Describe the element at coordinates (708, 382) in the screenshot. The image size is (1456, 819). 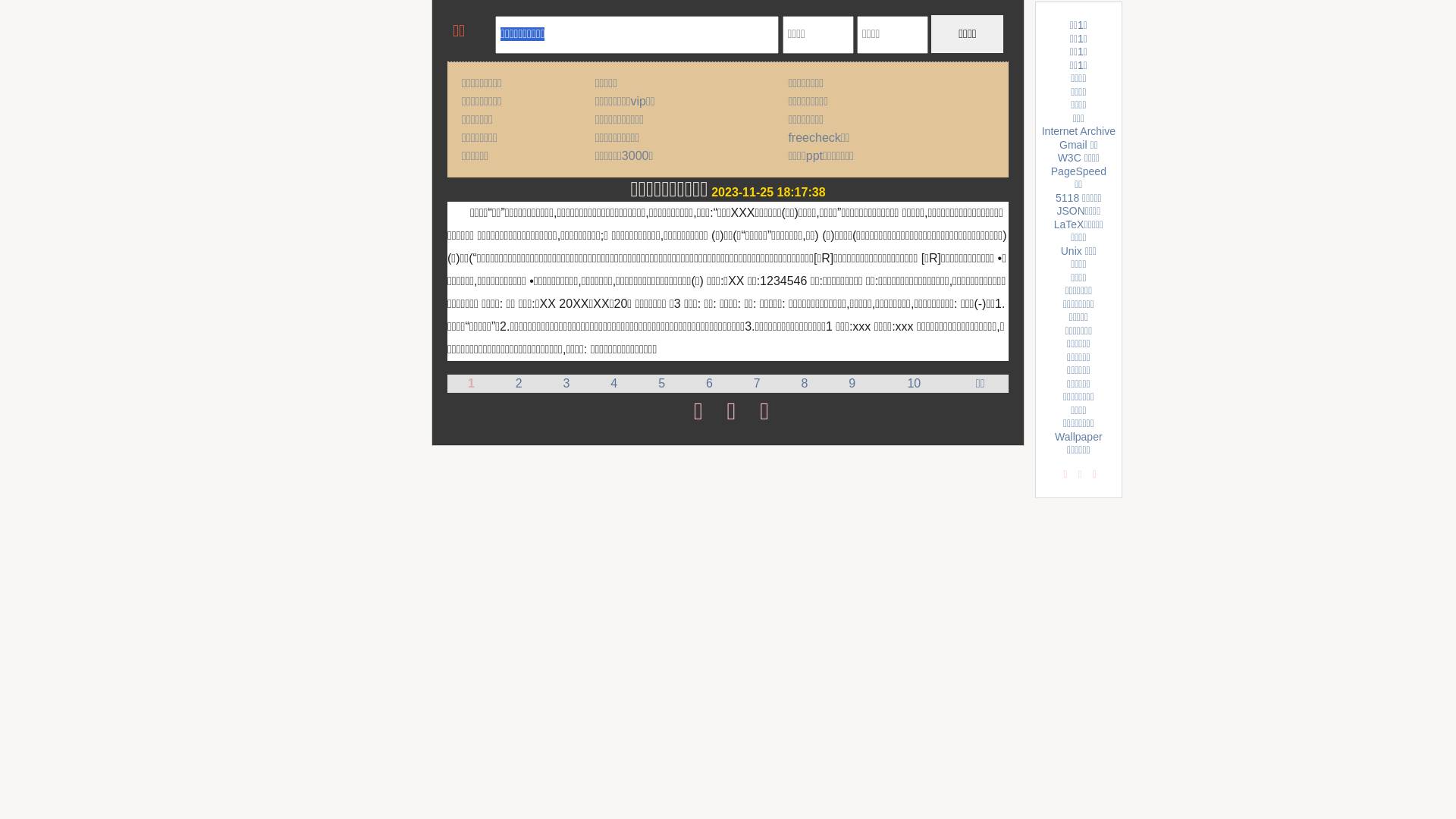
I see `'6'` at that location.